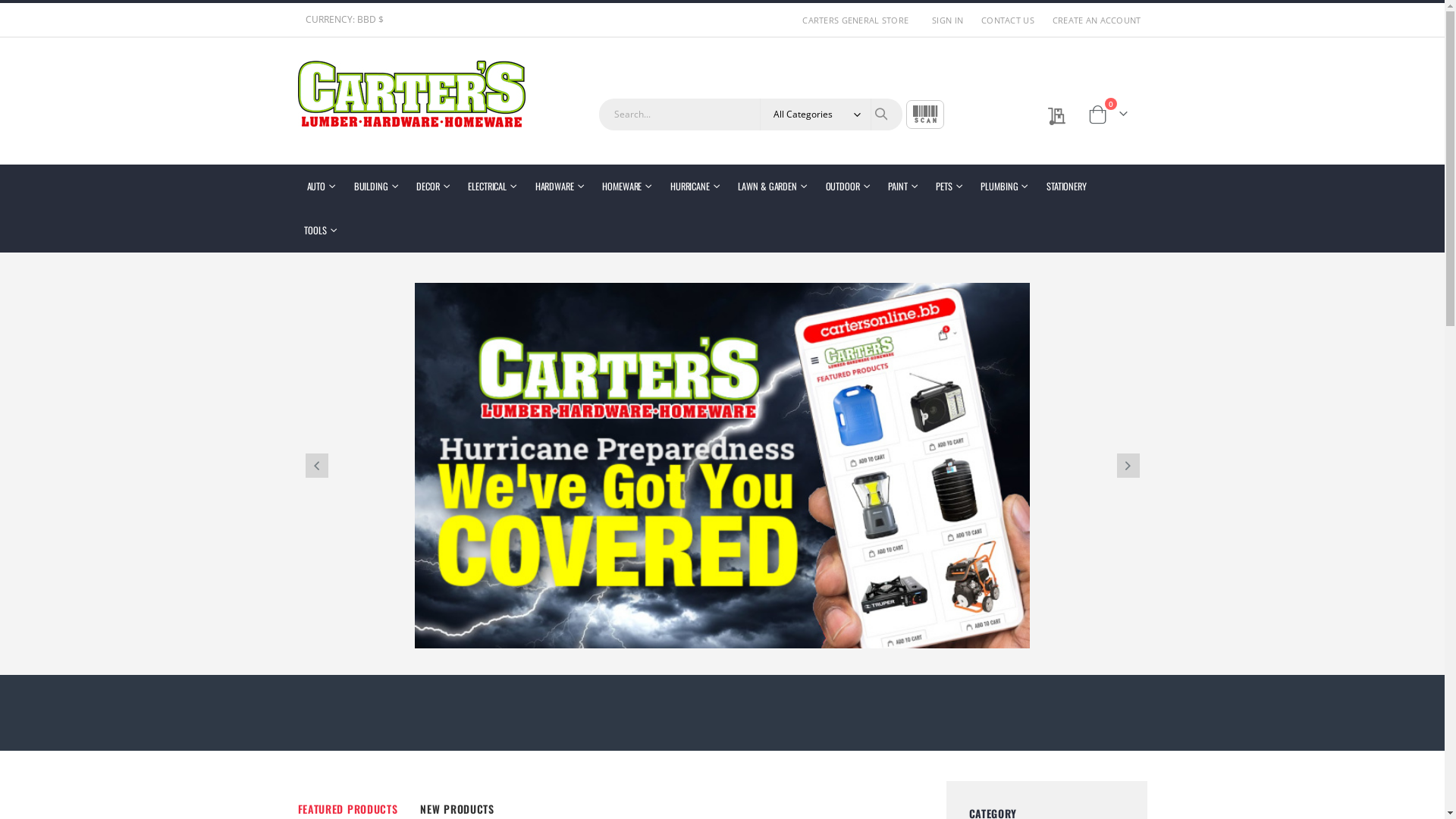  What do you see at coordinates (375, 186) in the screenshot?
I see `'BUILDING'` at bounding box center [375, 186].